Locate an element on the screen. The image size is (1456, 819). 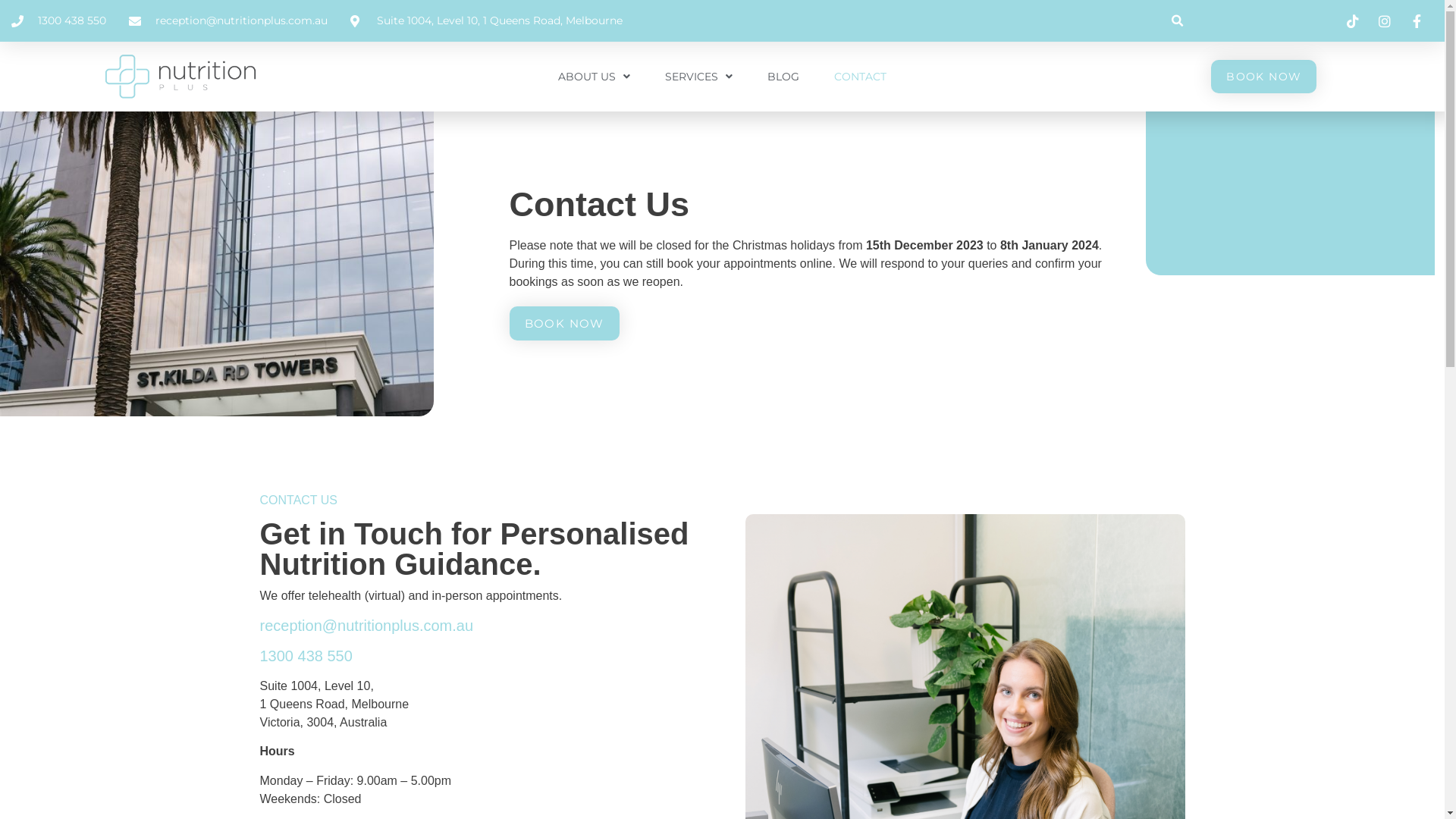
'SERVICES' is located at coordinates (698, 76).